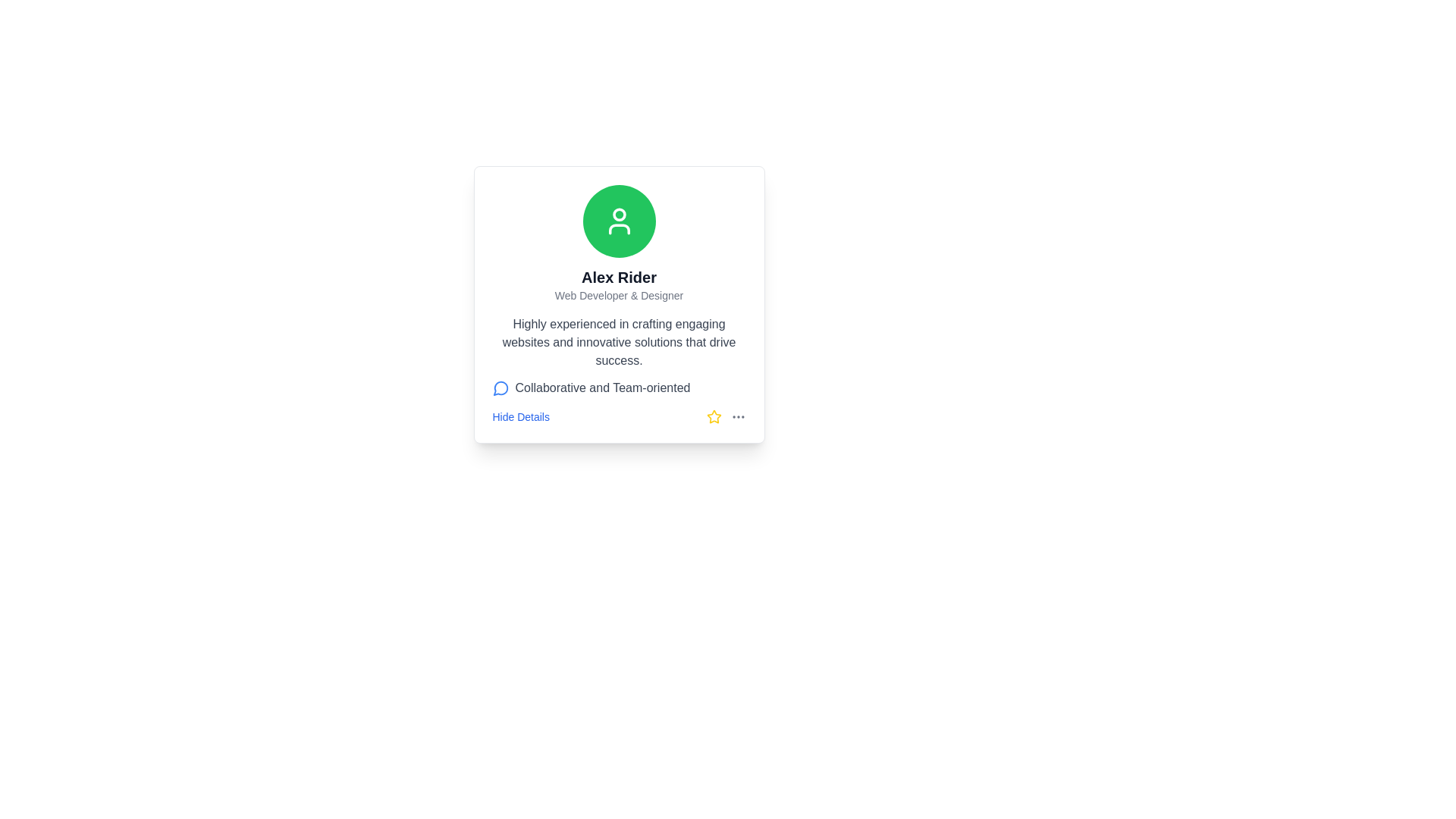 This screenshot has height=819, width=1456. What do you see at coordinates (619, 221) in the screenshot?
I see `the profile icon located at the top-center of the profile information card, which is situated inside a circular green area` at bounding box center [619, 221].